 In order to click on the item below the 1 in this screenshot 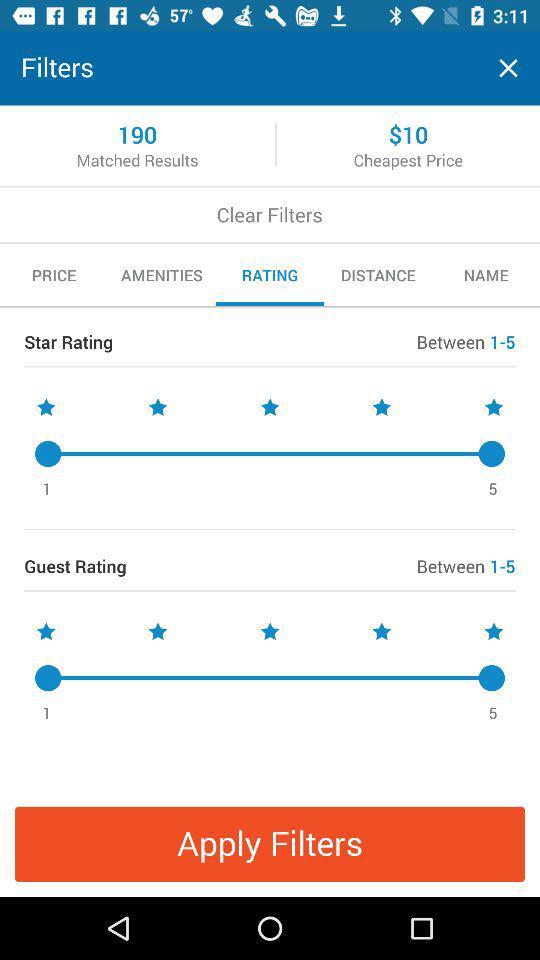, I will do `click(270, 843)`.